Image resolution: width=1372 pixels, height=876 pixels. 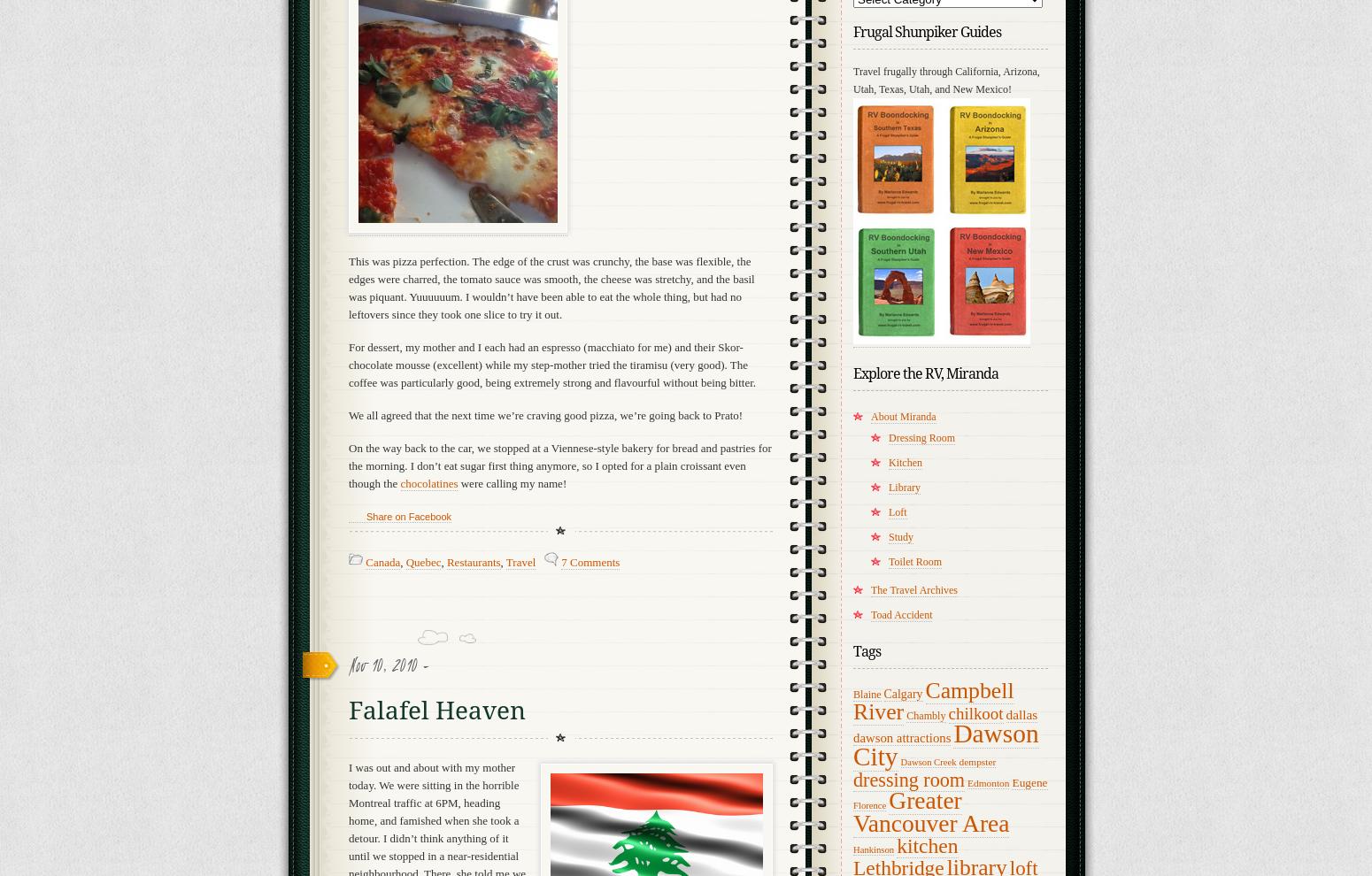 I want to click on 'Dawson City', so click(x=852, y=743).